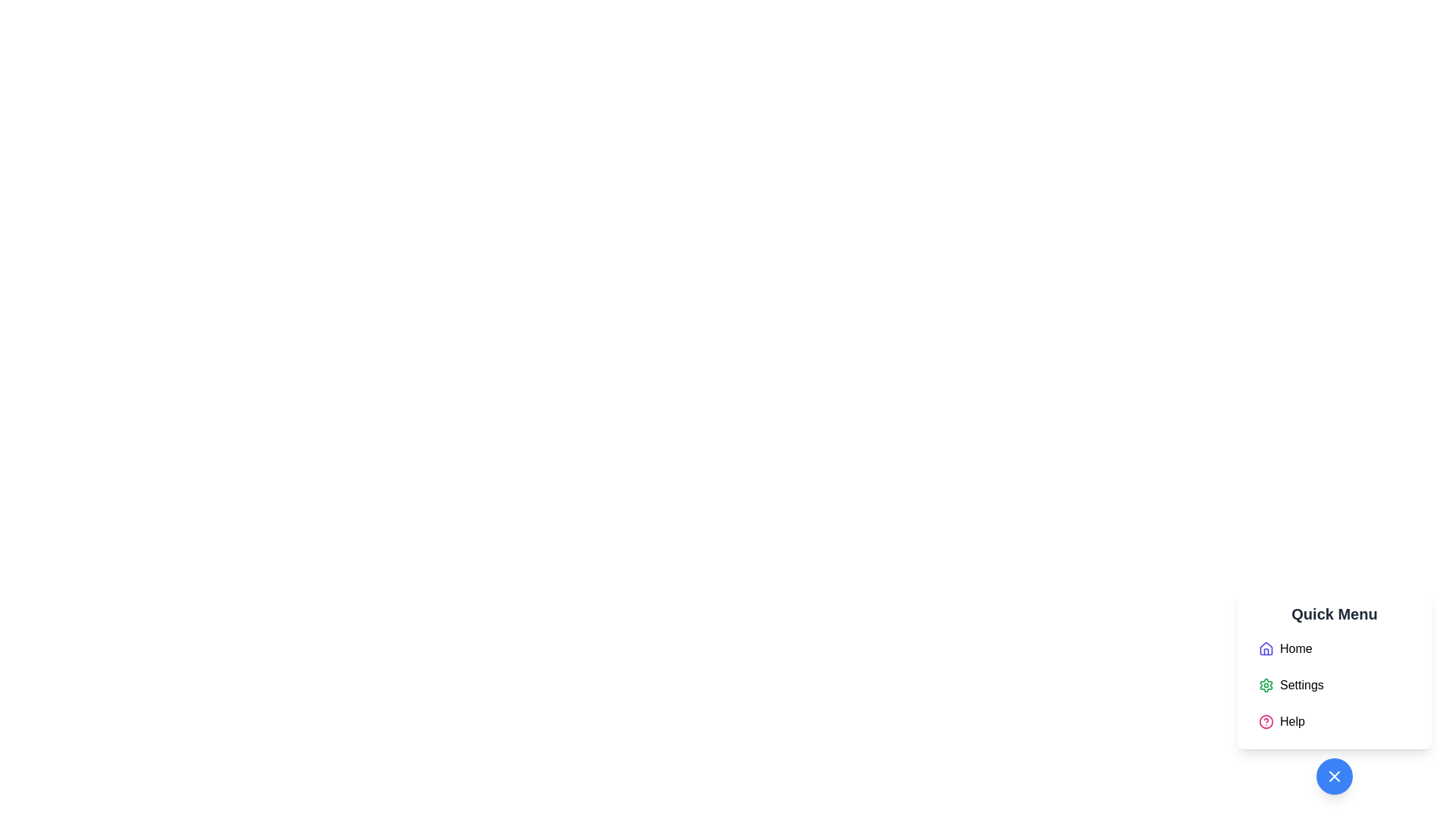 The height and width of the screenshot is (819, 1456). I want to click on the minimalist 'X' icon within the blue circular button located at the bottom-right corner of the interface, so click(1335, 776).